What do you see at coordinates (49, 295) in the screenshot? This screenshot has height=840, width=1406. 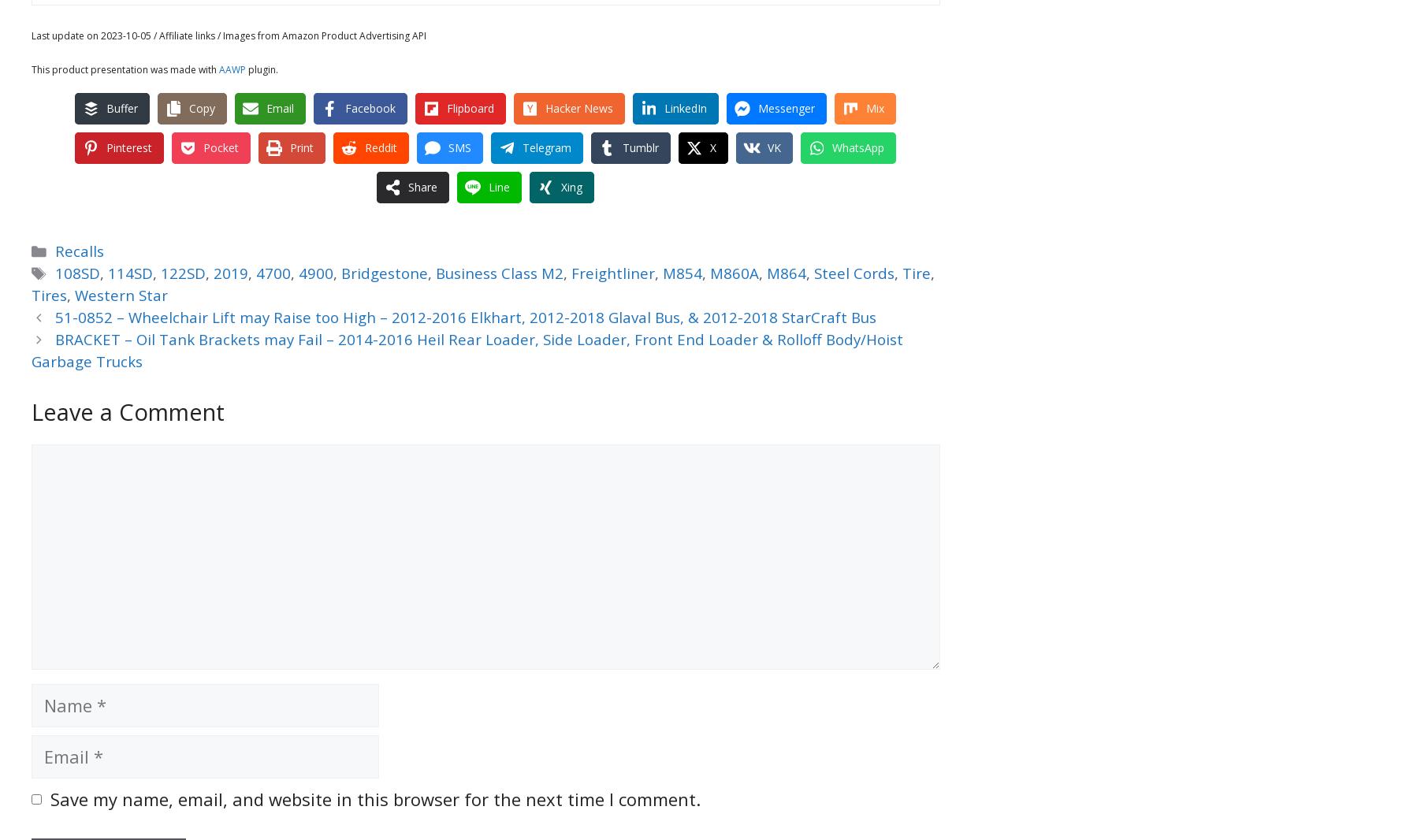 I see `'Tires'` at bounding box center [49, 295].